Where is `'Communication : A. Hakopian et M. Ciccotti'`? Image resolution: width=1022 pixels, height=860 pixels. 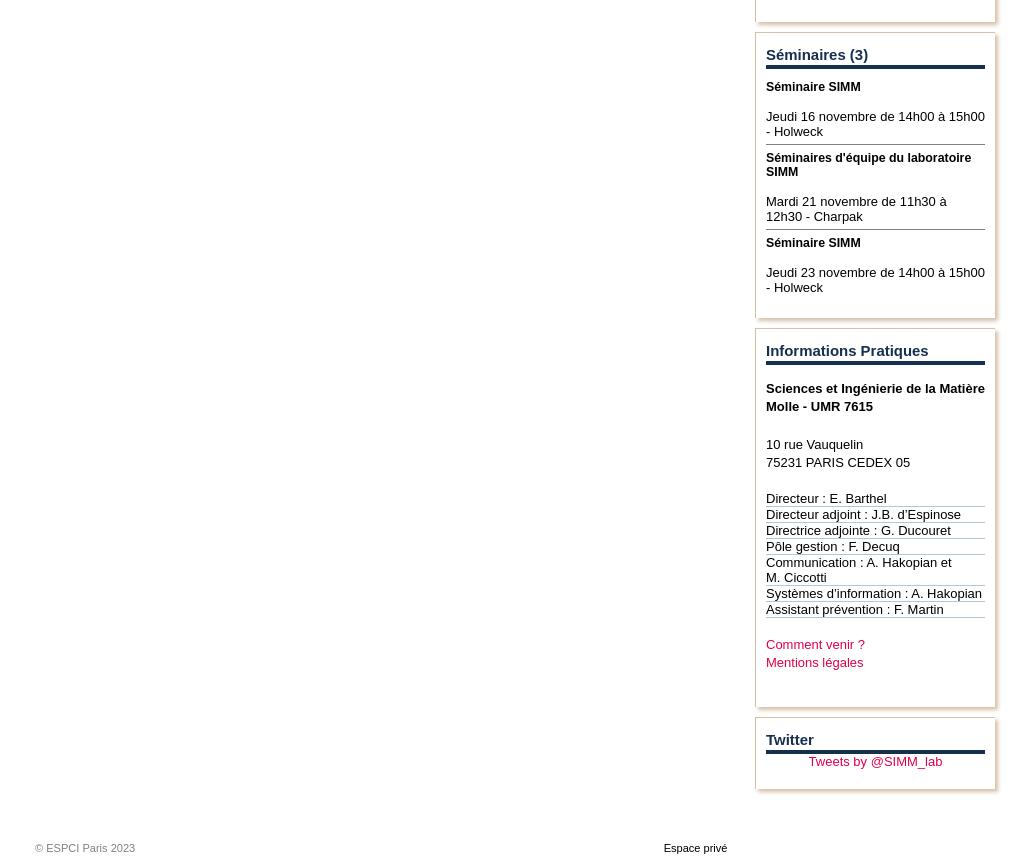 'Communication : A. Hakopian et M. Ciccotti' is located at coordinates (858, 568).